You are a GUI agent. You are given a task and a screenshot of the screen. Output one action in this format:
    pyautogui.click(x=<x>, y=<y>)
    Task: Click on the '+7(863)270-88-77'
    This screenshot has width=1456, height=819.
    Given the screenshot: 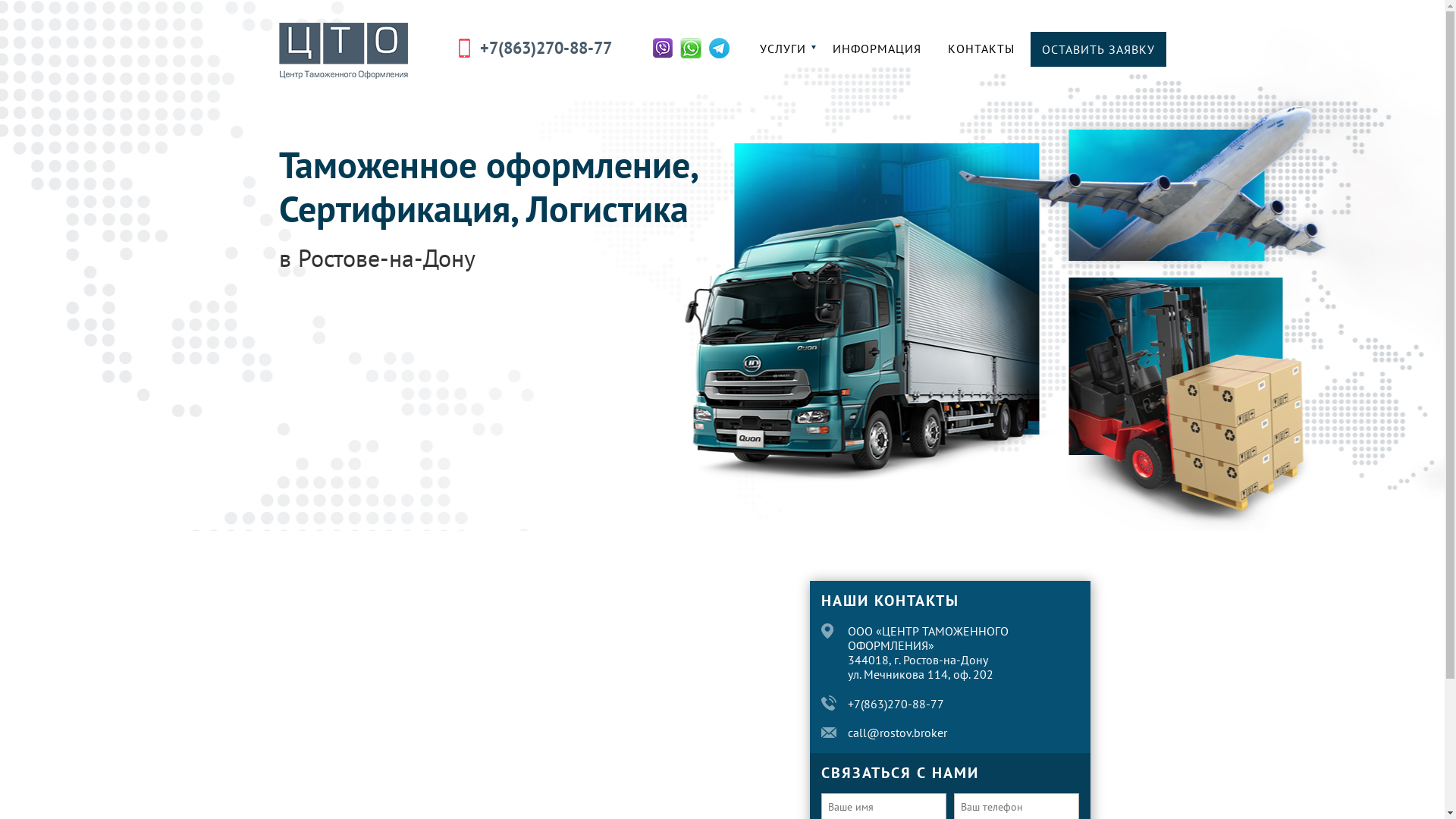 What is the action you would take?
    pyautogui.click(x=545, y=46)
    